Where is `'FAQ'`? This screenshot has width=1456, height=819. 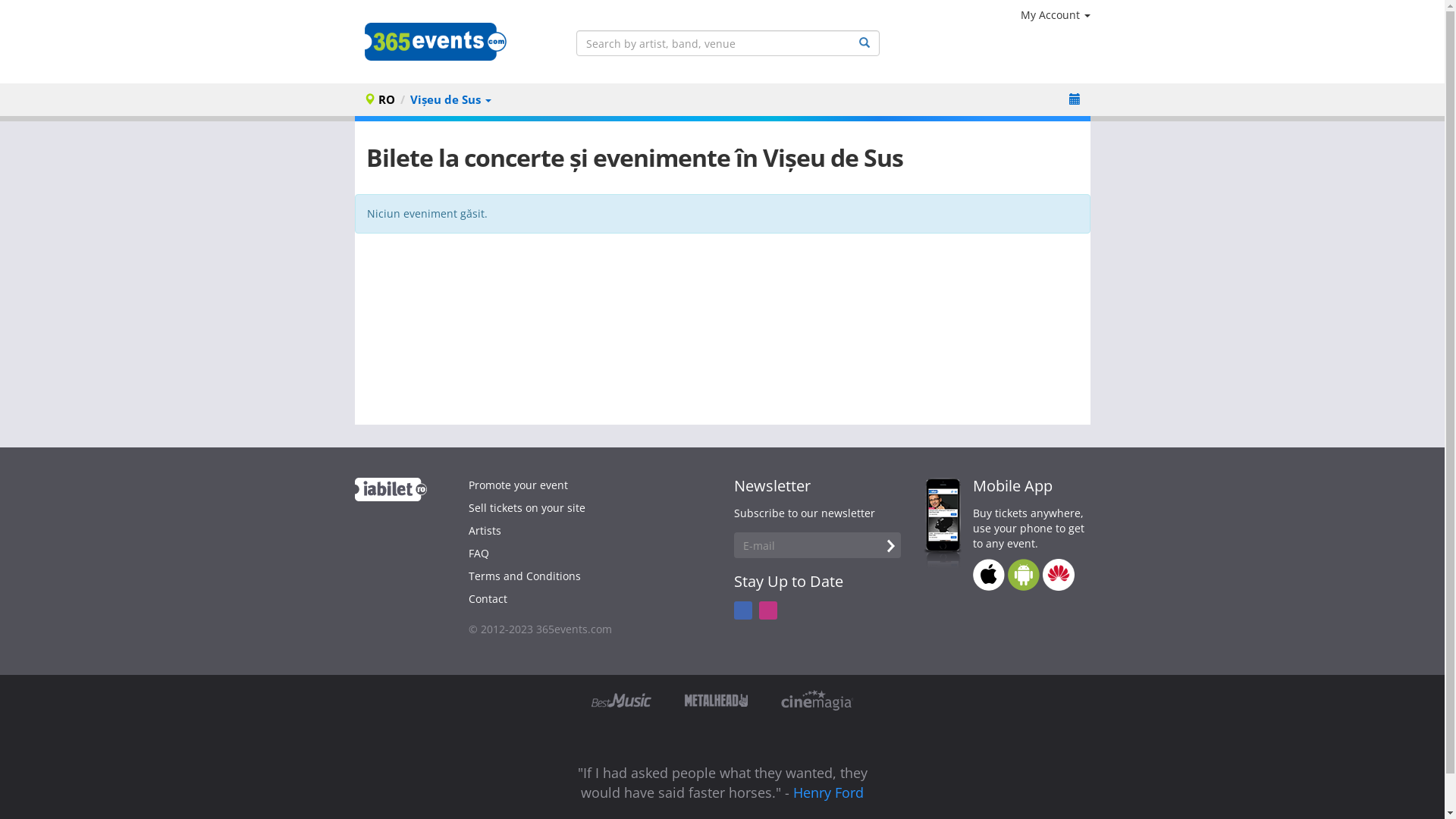 'FAQ' is located at coordinates (478, 553).